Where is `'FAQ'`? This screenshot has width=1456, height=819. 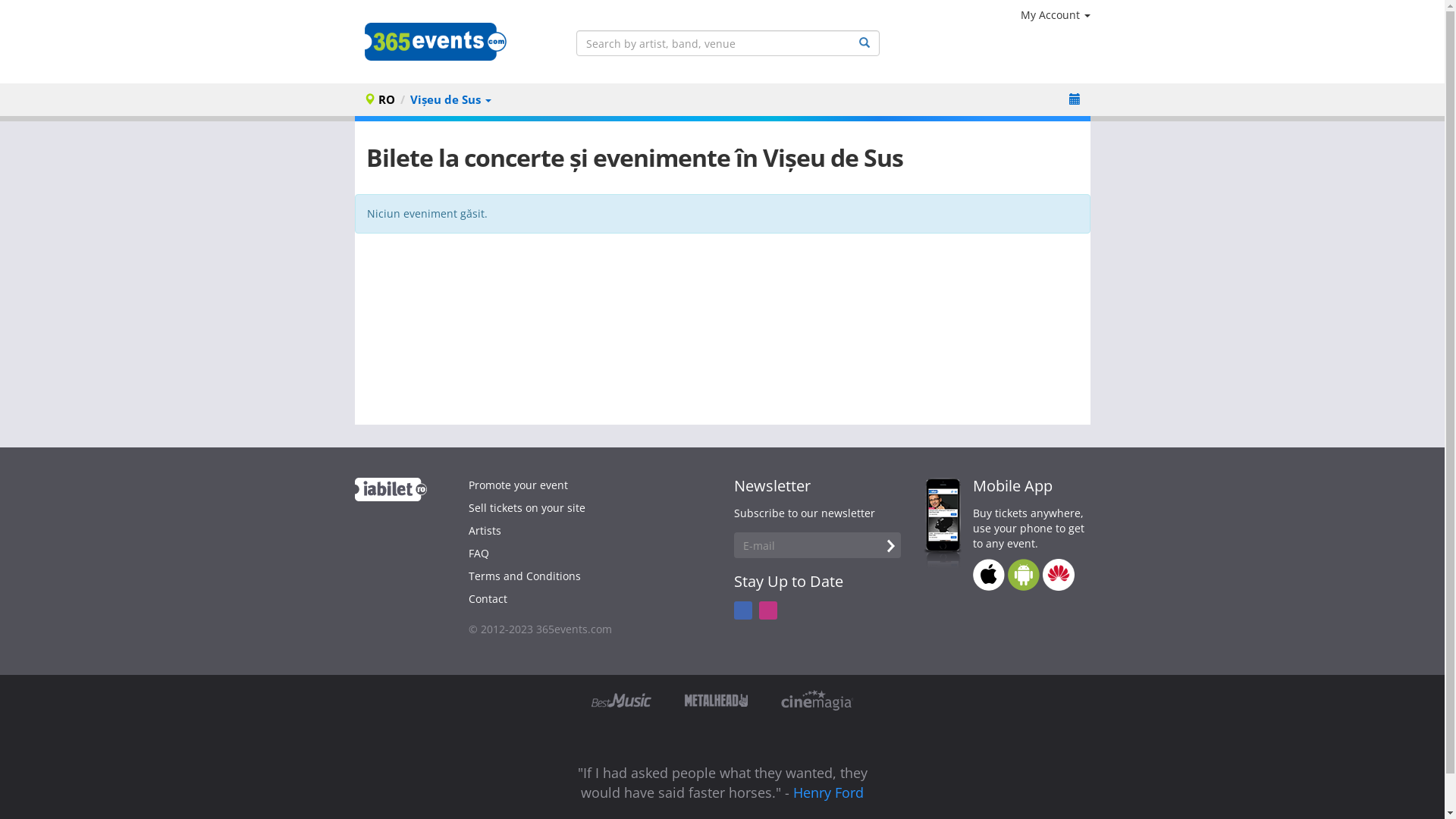 'FAQ' is located at coordinates (478, 553).